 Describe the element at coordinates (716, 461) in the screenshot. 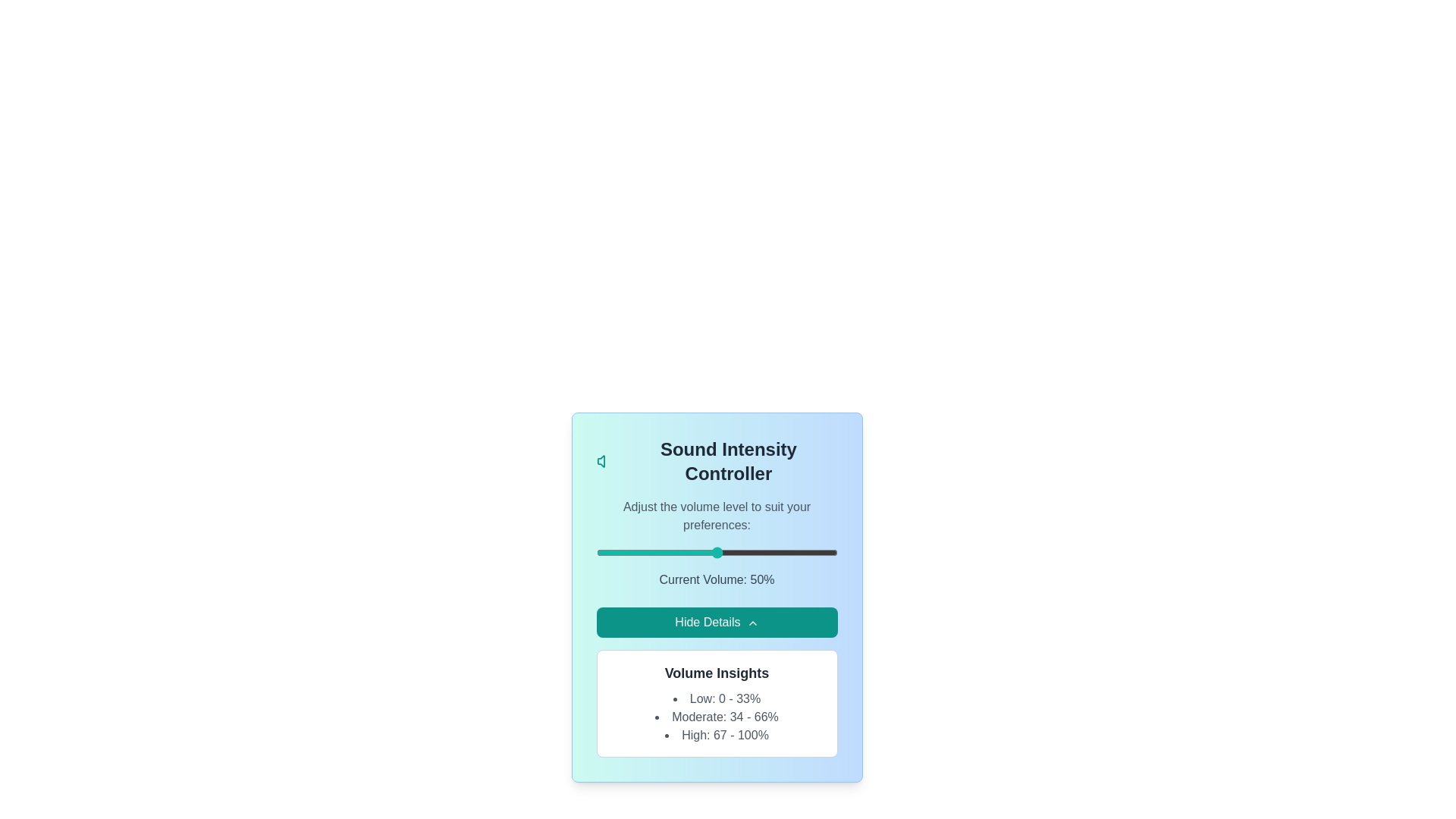

I see `the title text 'Sound Intensity Controller' for copying` at that location.